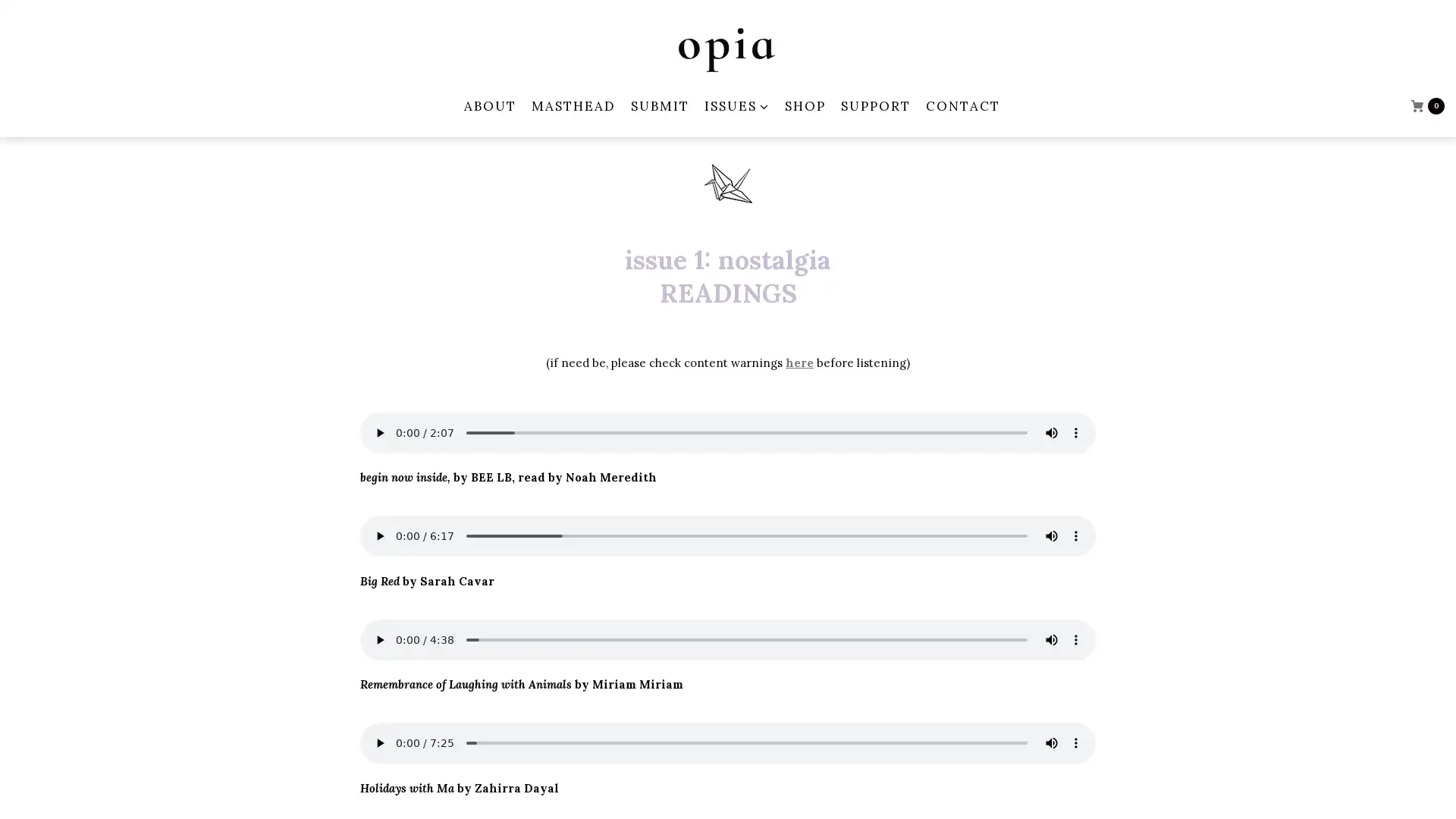 This screenshot has width=1456, height=819. What do you see at coordinates (1051, 639) in the screenshot?
I see `mute` at bounding box center [1051, 639].